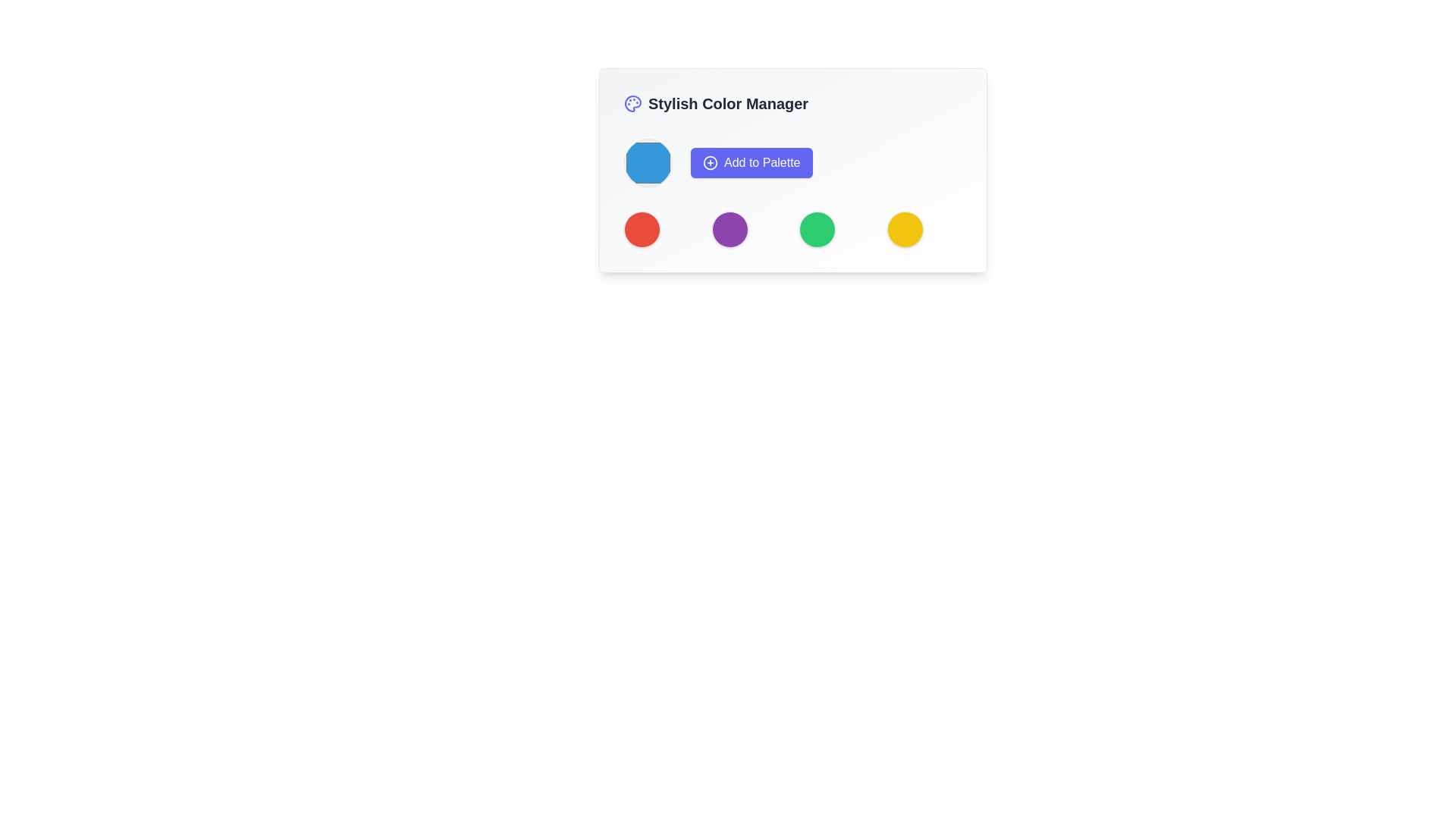 Image resolution: width=1456 pixels, height=819 pixels. I want to click on the 'Add to Palette' button, which is part of the Stylish Color Manager interface and is located to the right of the circular color indicator, so click(792, 163).